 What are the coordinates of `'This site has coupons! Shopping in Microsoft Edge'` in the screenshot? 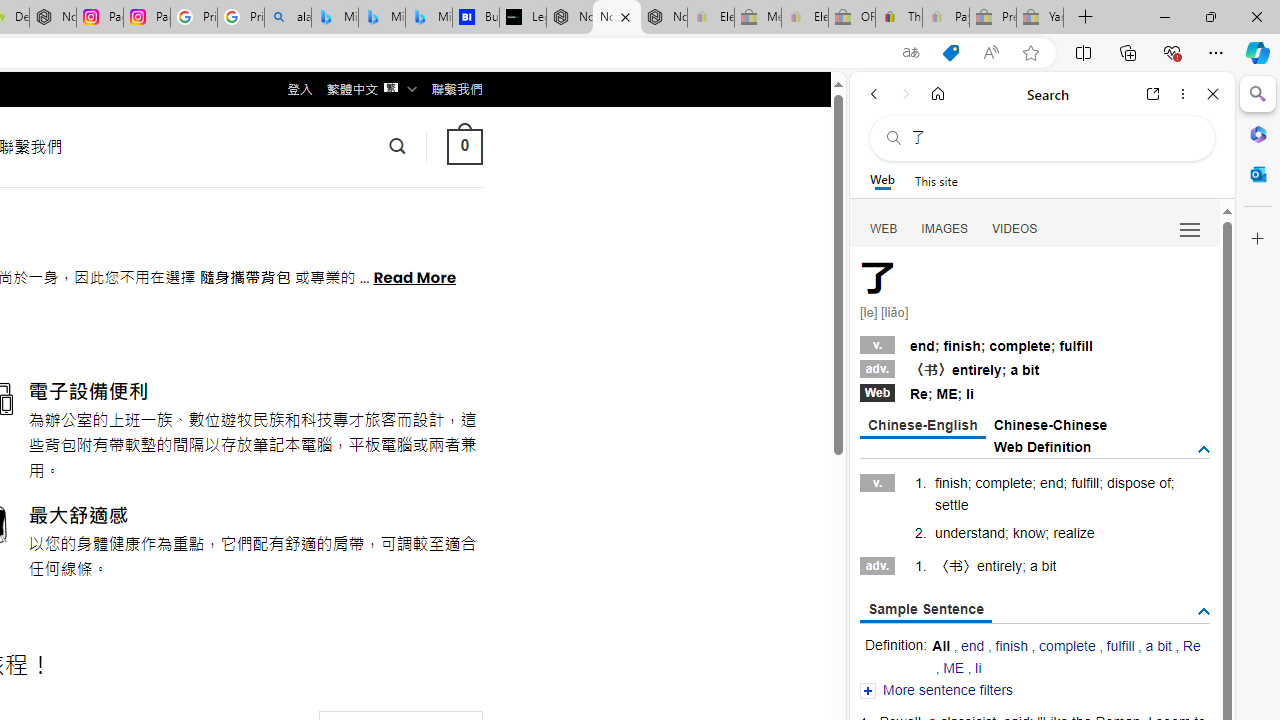 It's located at (950, 52).